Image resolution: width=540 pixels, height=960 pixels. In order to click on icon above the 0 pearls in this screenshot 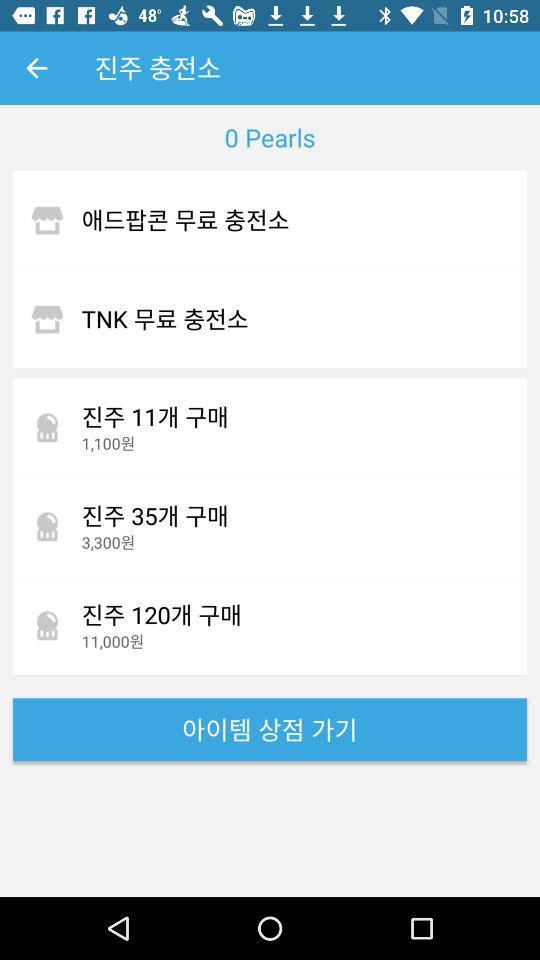, I will do `click(36, 68)`.